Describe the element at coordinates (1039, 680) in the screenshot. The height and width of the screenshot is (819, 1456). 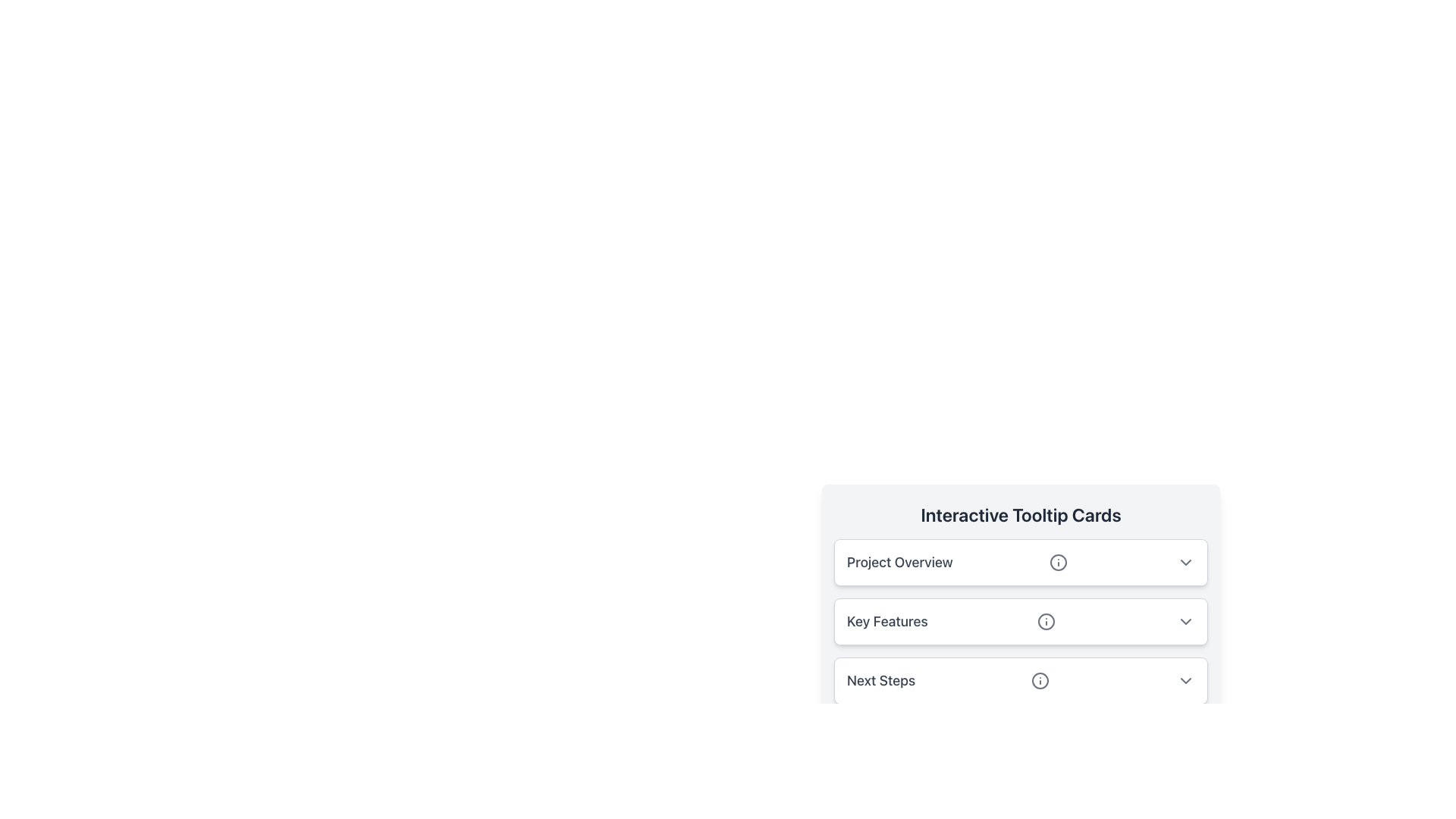
I see `the SVG Circle Icon located inside the interactive panel under the 'Next Steps' section, to the left side of its dropdown arrow` at that location.